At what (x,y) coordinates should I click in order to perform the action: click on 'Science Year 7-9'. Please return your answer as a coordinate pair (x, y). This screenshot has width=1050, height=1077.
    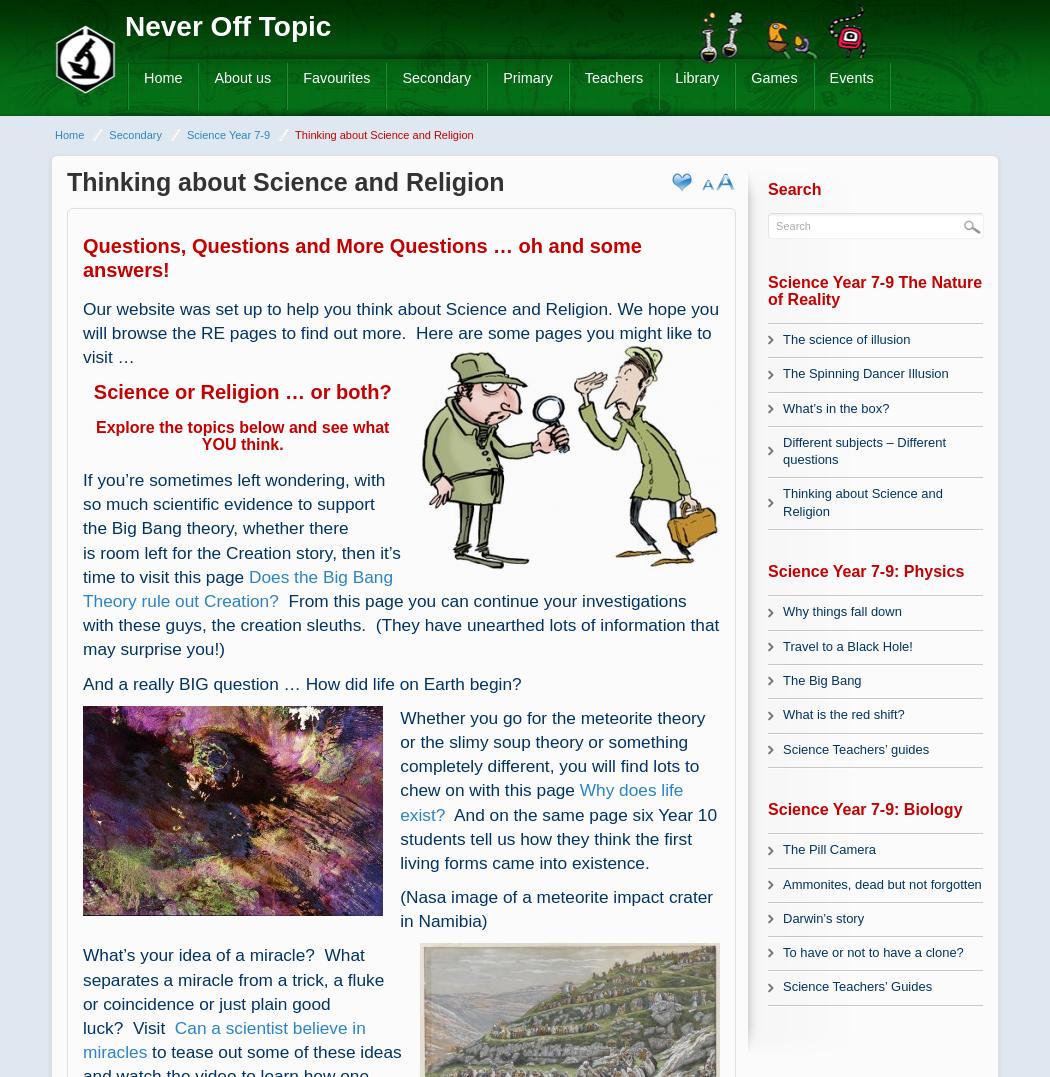
    Looking at the image, I should click on (227, 134).